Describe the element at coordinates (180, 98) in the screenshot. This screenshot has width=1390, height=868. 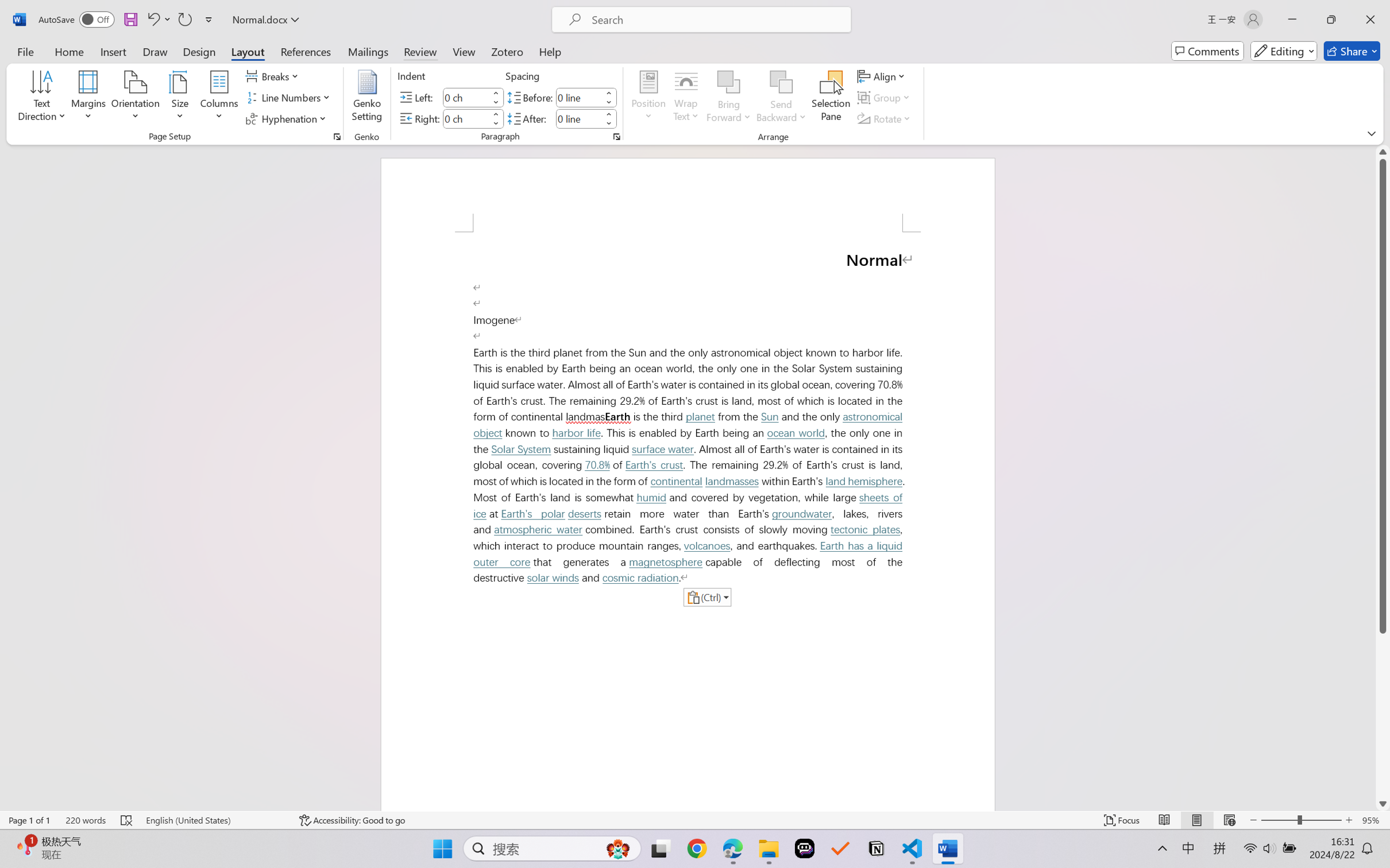
I see `'Size'` at that location.